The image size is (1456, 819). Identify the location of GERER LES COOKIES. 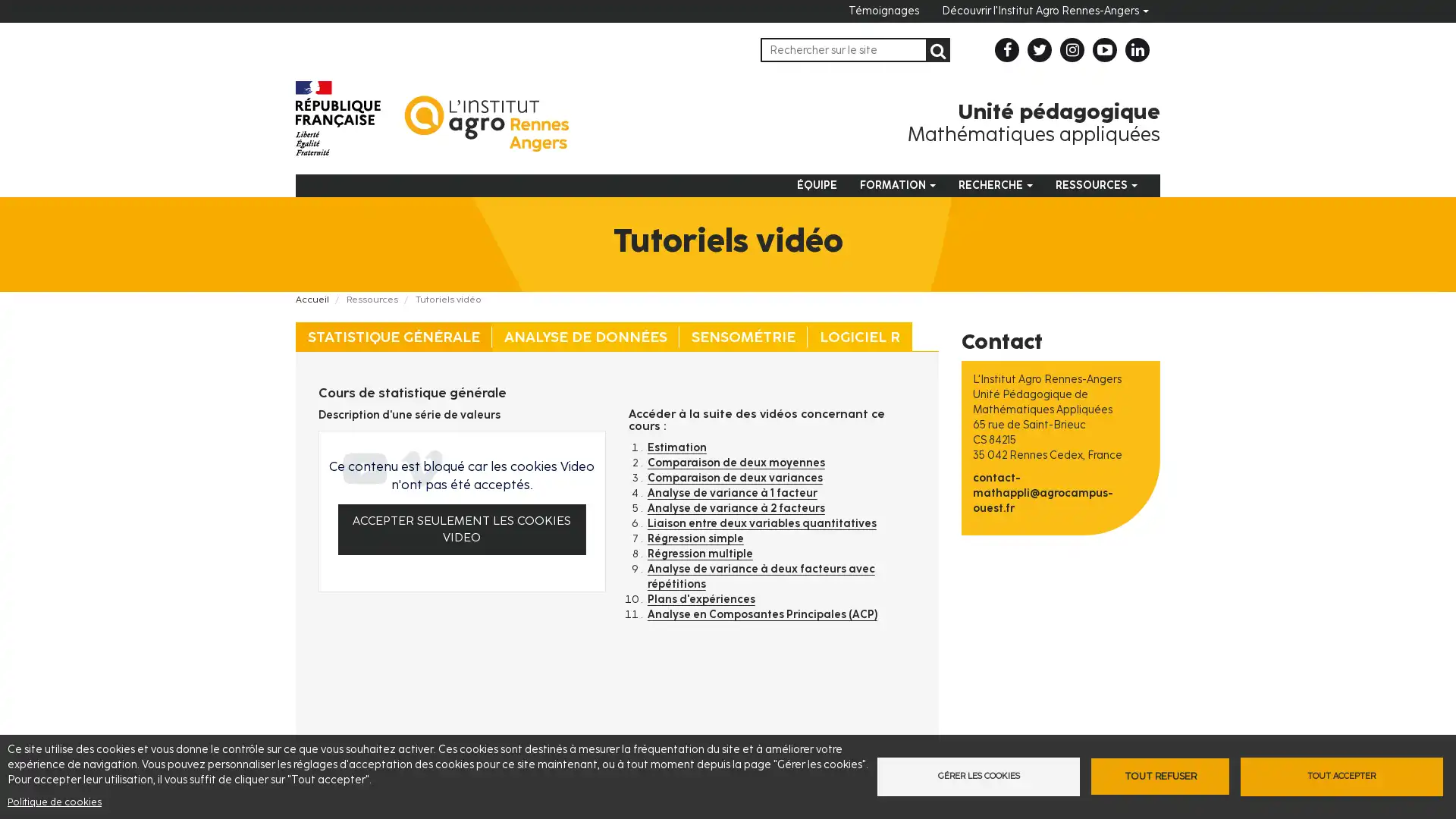
(975, 776).